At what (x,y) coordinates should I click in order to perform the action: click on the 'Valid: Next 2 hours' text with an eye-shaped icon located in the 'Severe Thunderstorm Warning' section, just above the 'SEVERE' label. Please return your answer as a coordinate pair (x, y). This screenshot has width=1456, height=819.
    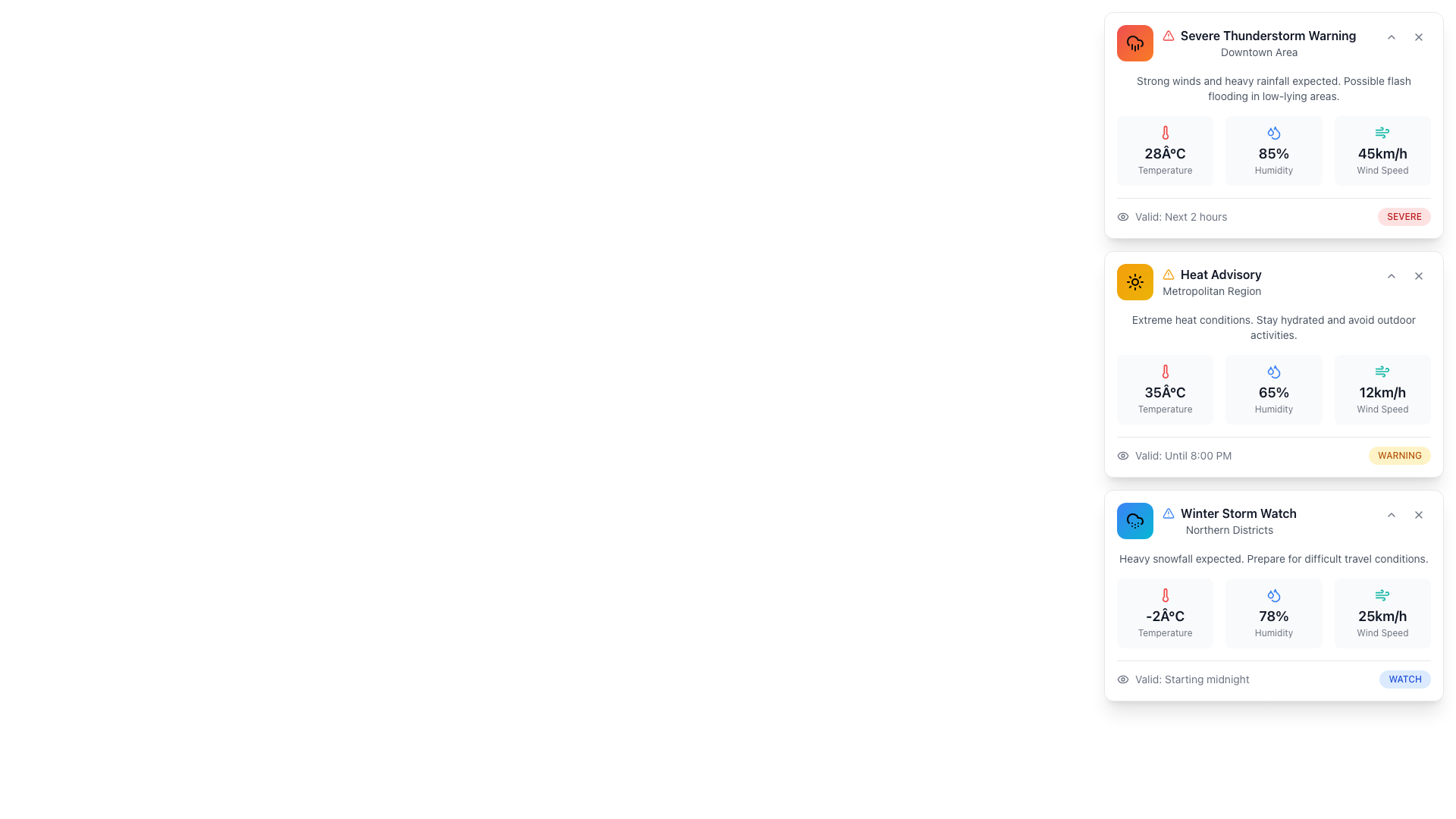
    Looking at the image, I should click on (1171, 216).